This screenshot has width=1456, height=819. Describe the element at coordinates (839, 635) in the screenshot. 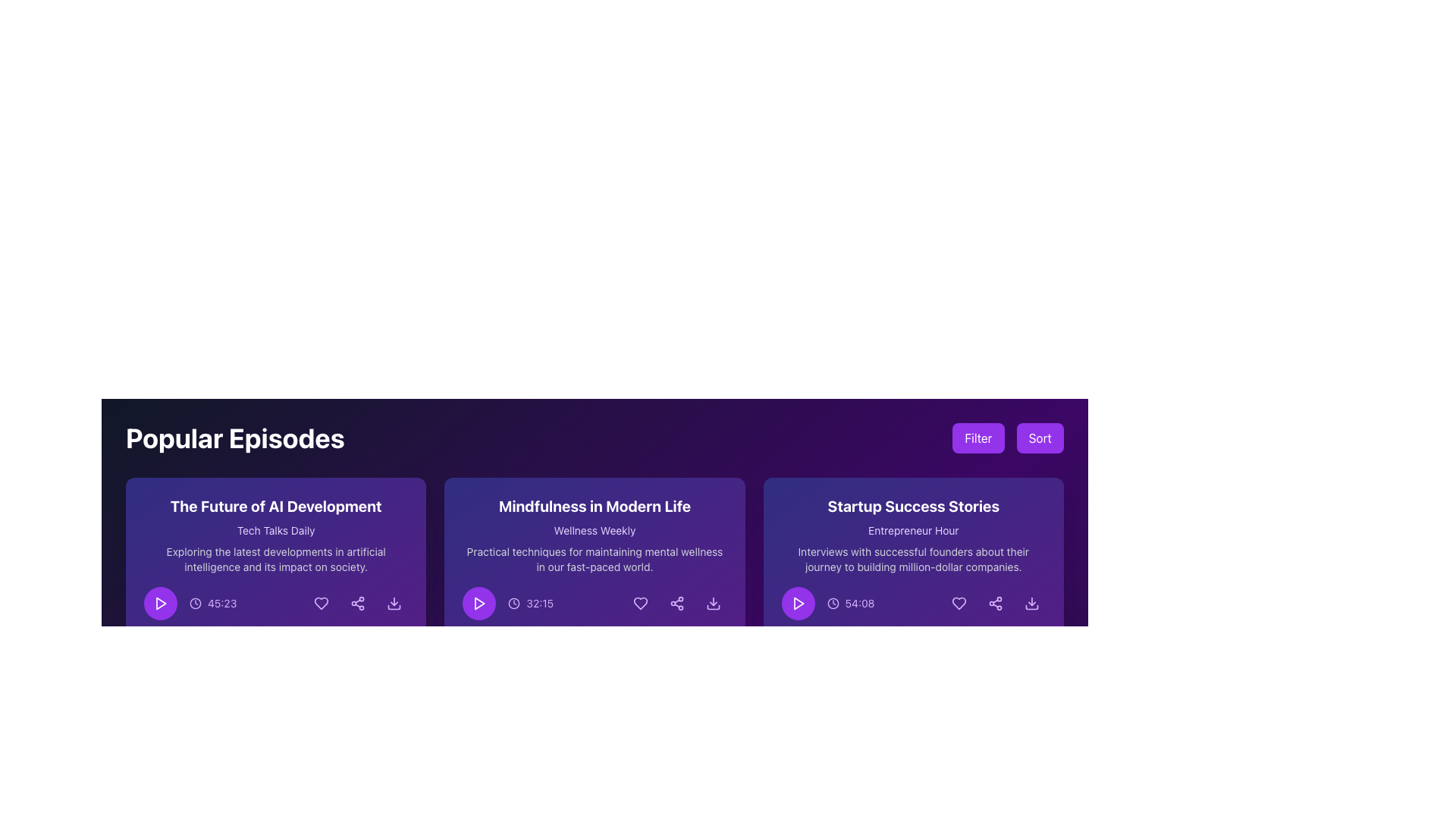

I see `changes in the progress indicator represented as a purple bar with rounded edges located above the timeline icon of the 'Startup Success Stories' card` at that location.